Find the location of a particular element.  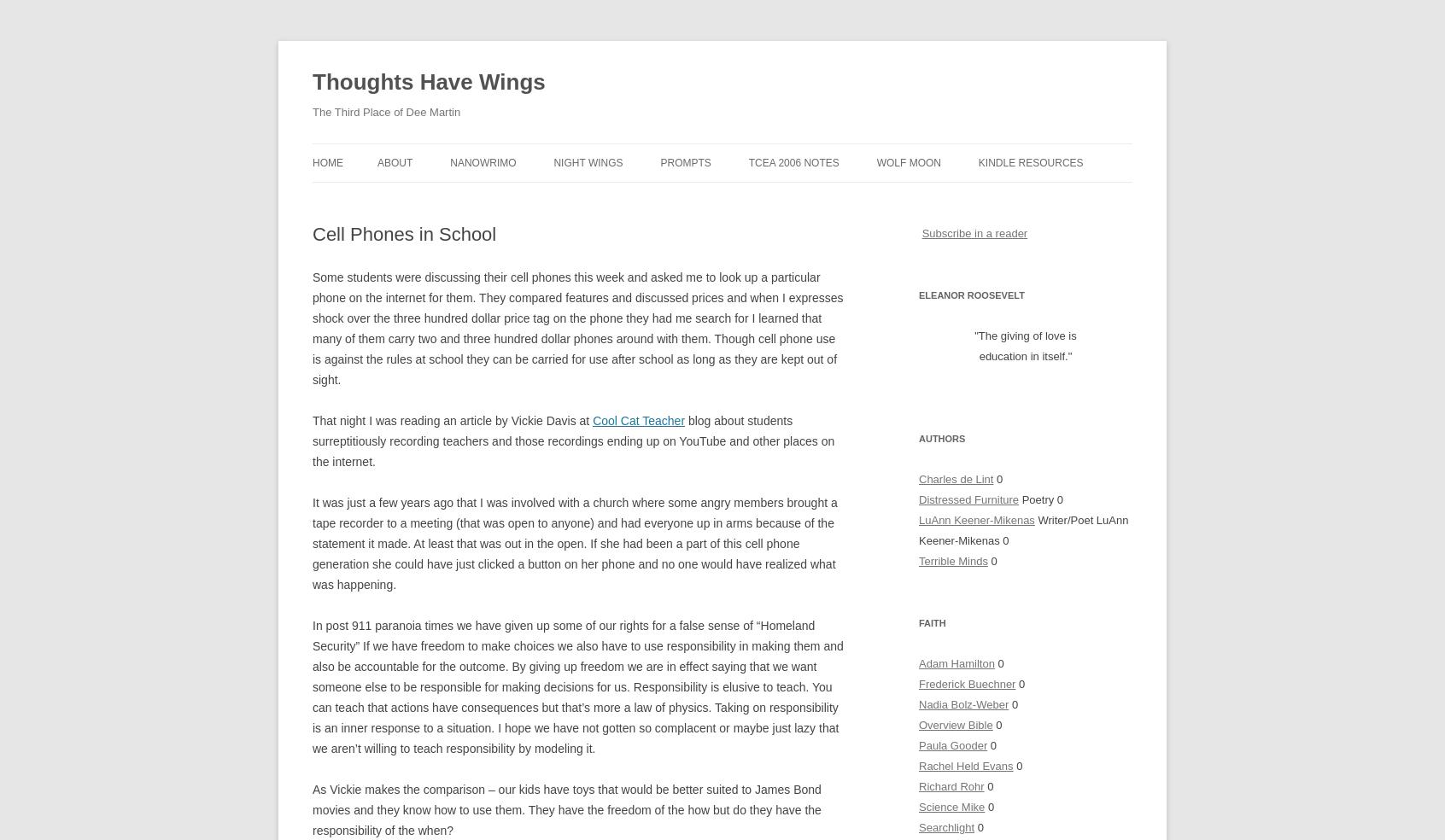

'As Vickie makes the comparison – our kids have toys that would be better suited to James Bond movies and they know how to use them. They have the freedom of the how but do they have the responsibility of the when?' is located at coordinates (566, 808).